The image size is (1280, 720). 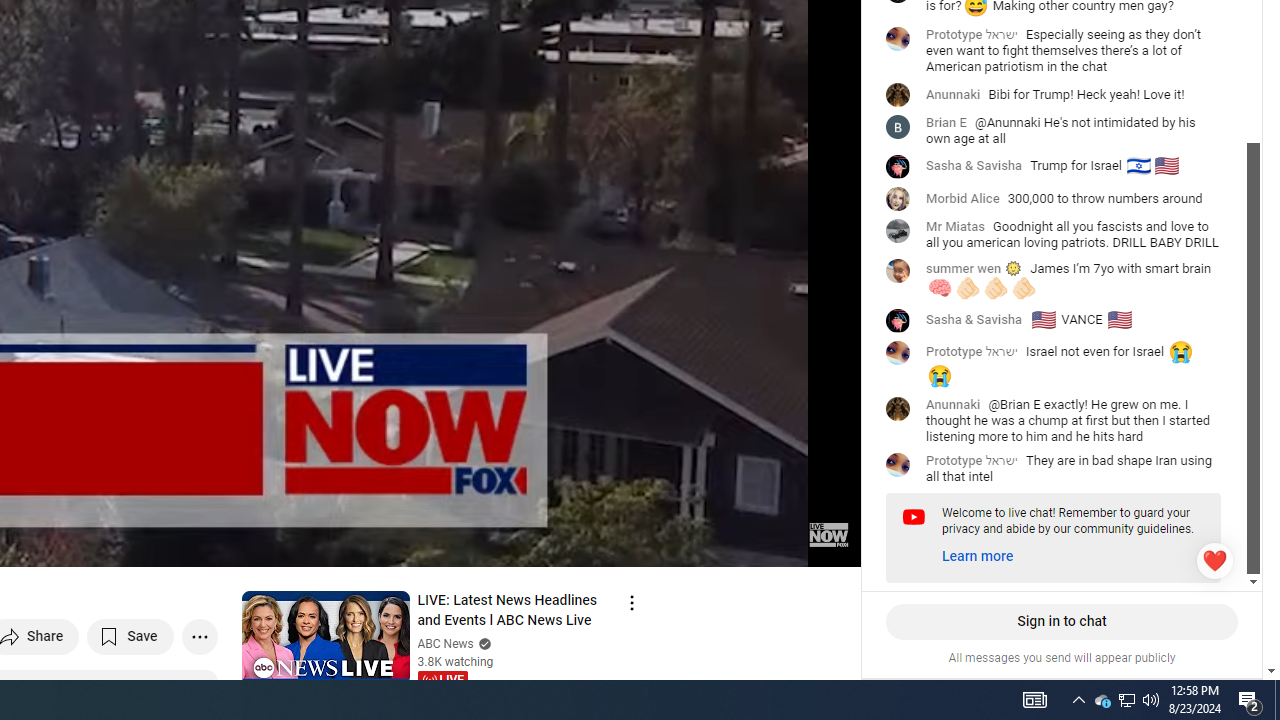 I want to click on 'Channel watermark', so click(x=828, y=533).